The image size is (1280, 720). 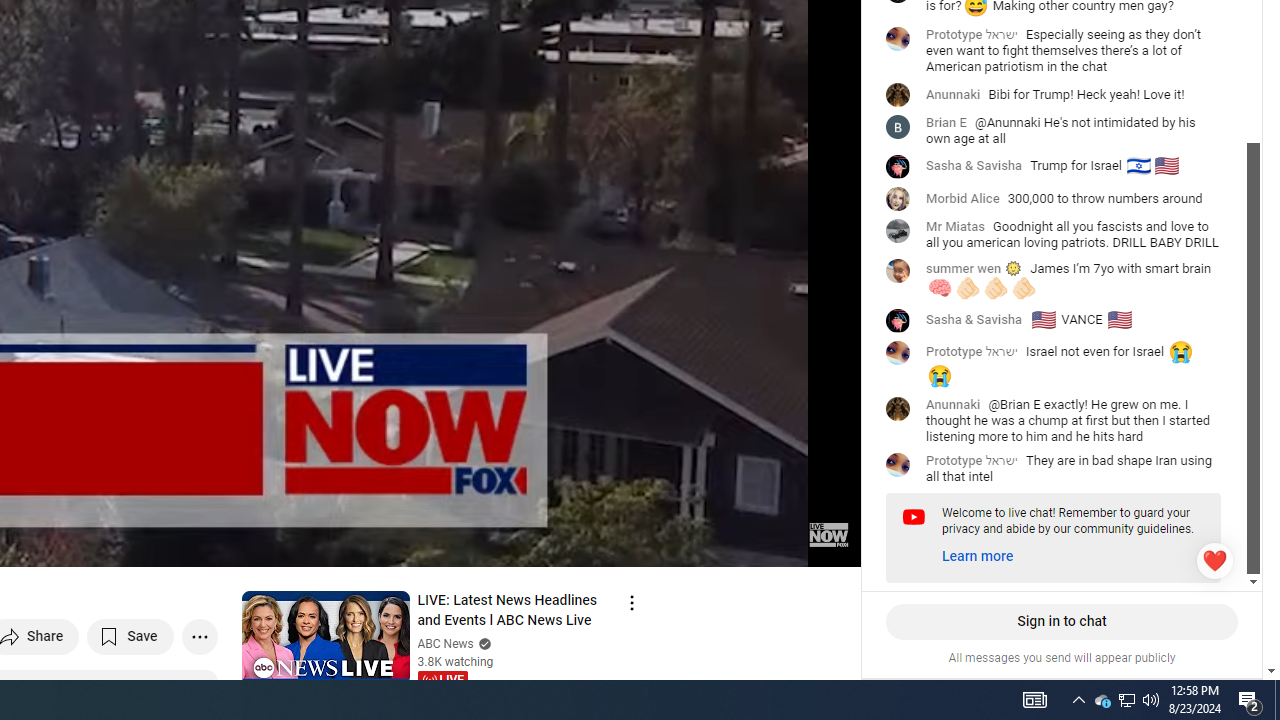 I want to click on 'Channel watermark', so click(x=828, y=533).